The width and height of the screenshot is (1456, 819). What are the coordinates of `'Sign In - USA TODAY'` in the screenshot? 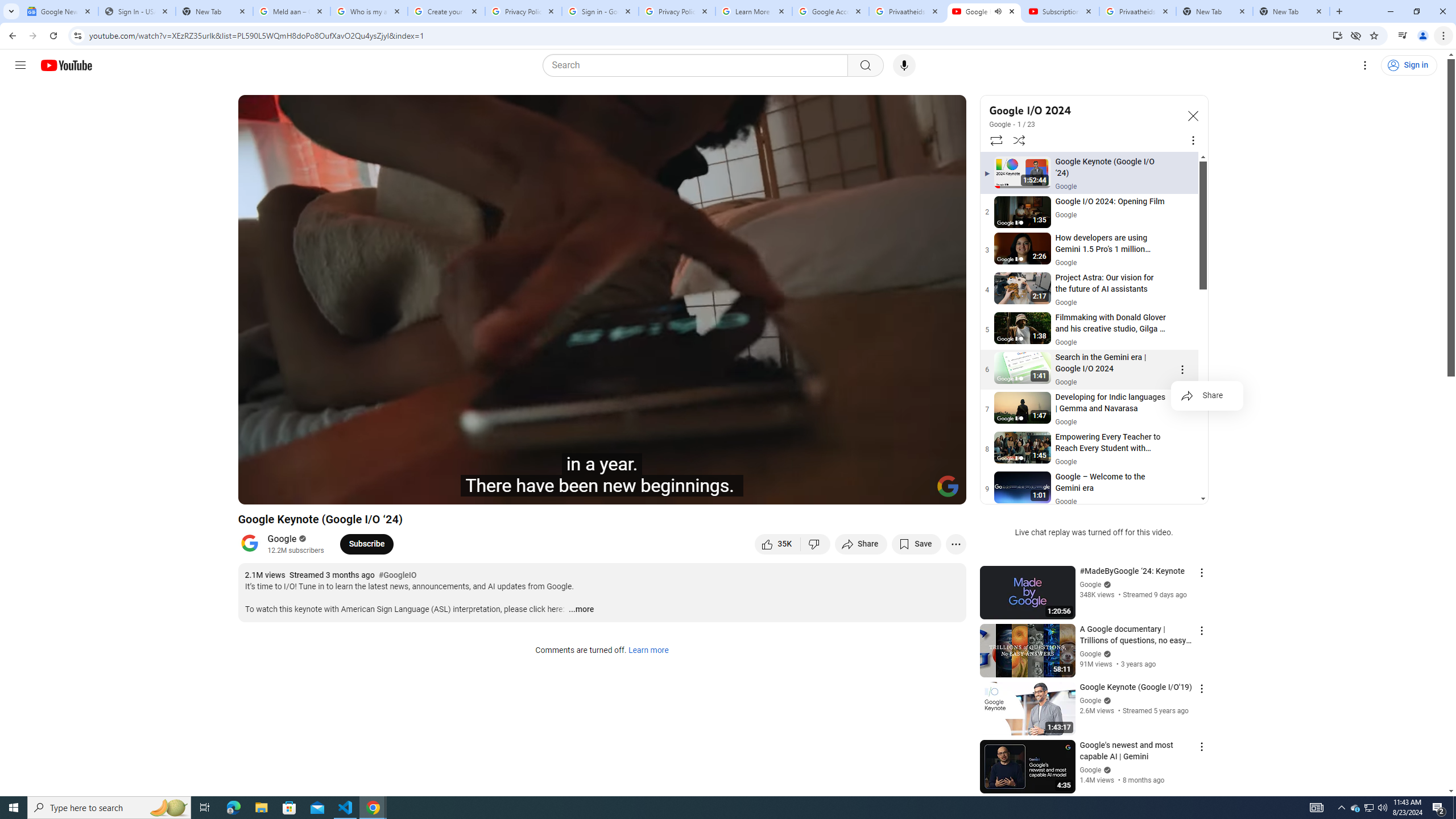 It's located at (136, 11).